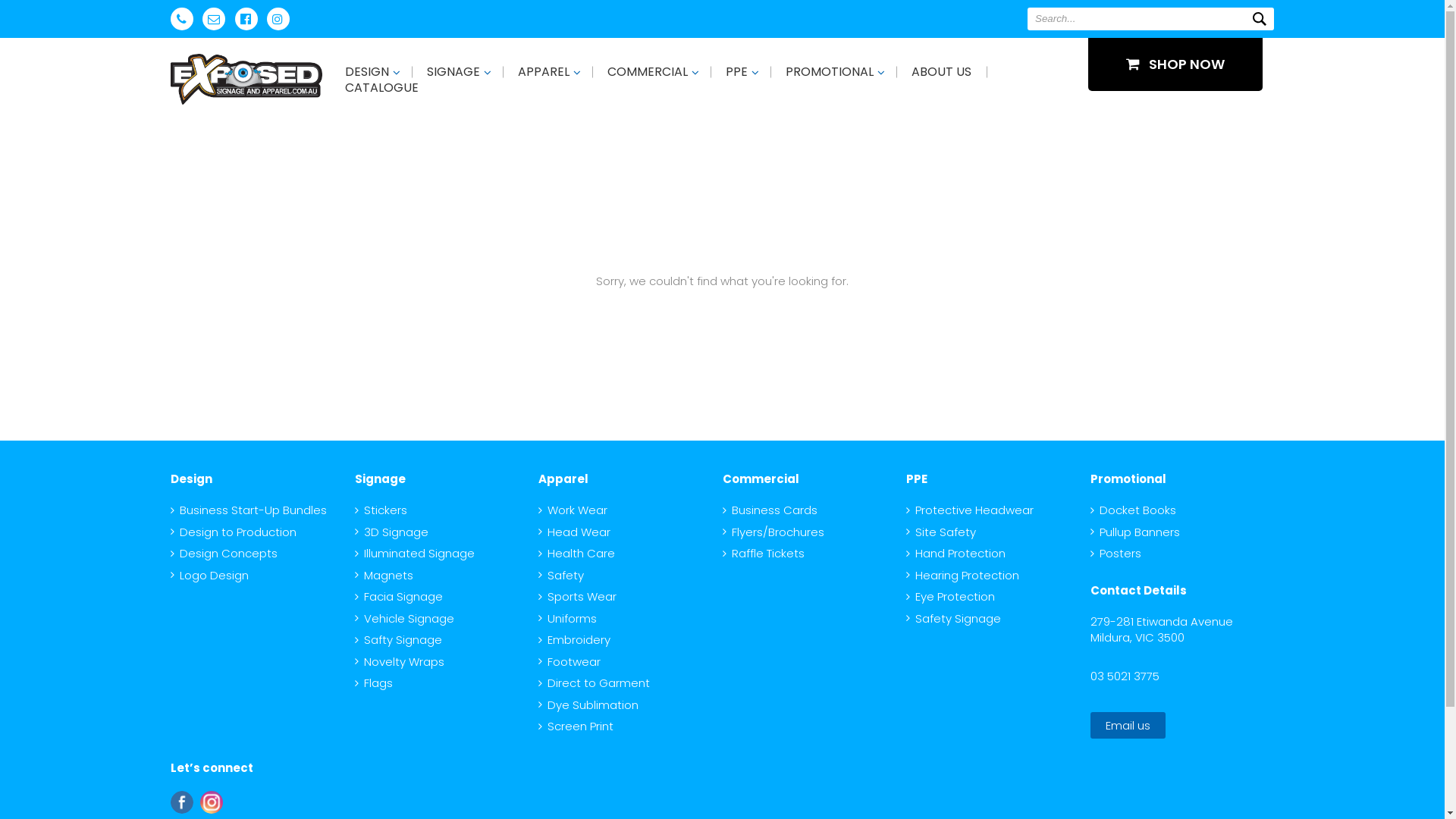 The image size is (1456, 819). Describe the element at coordinates (415, 553) in the screenshot. I see `'Illuminated Signage'` at that location.